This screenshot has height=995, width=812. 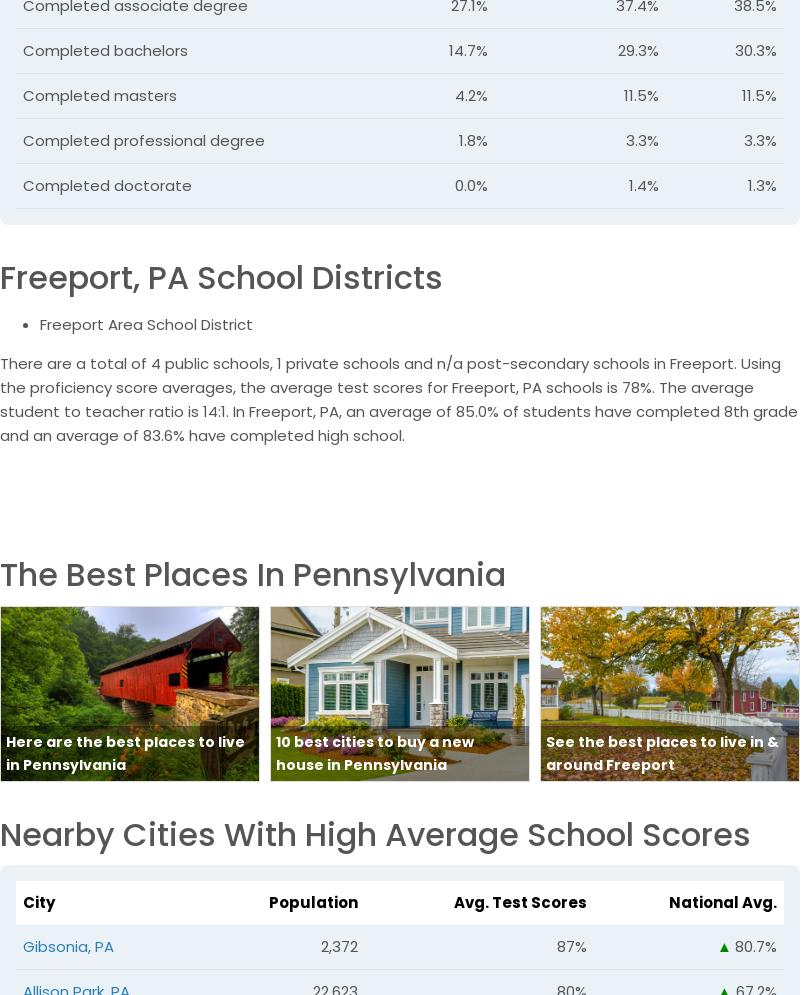 I want to click on 'National Avg.', so click(x=723, y=901).